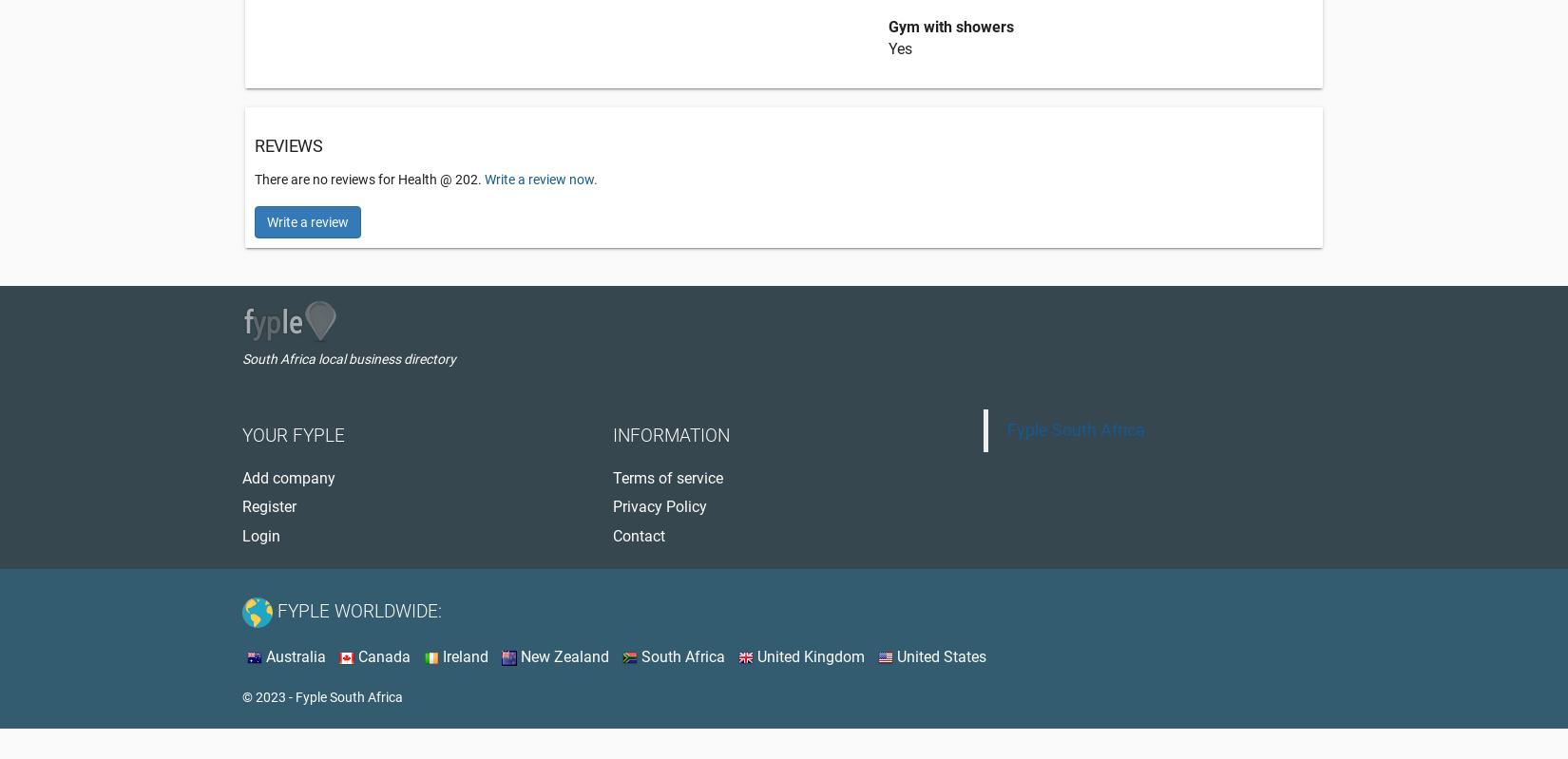 The width and height of the screenshot is (1568, 759). I want to click on 'United Kingdom', so click(752, 656).